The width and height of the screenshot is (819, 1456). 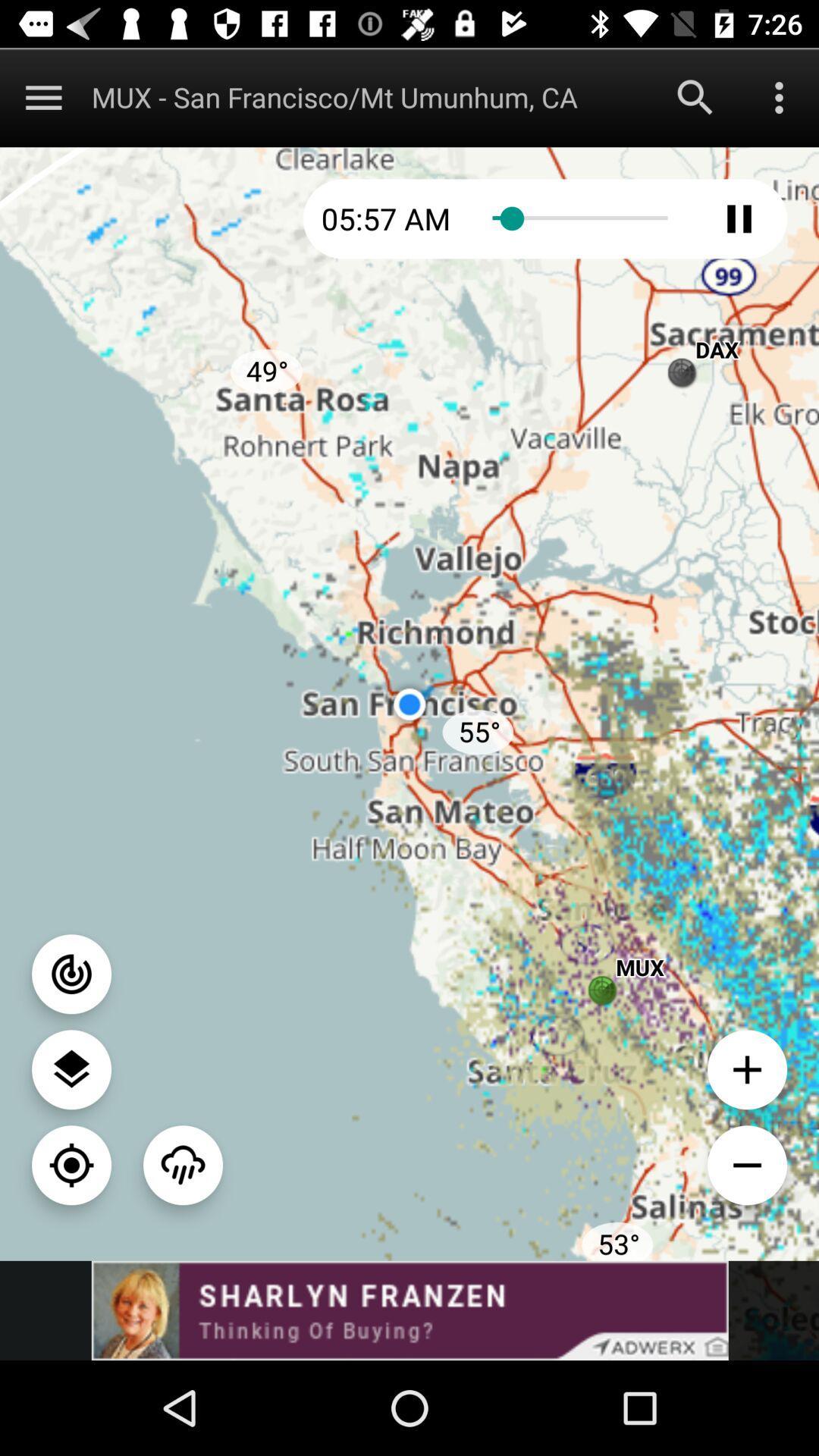 I want to click on the minus icon, so click(x=746, y=1164).